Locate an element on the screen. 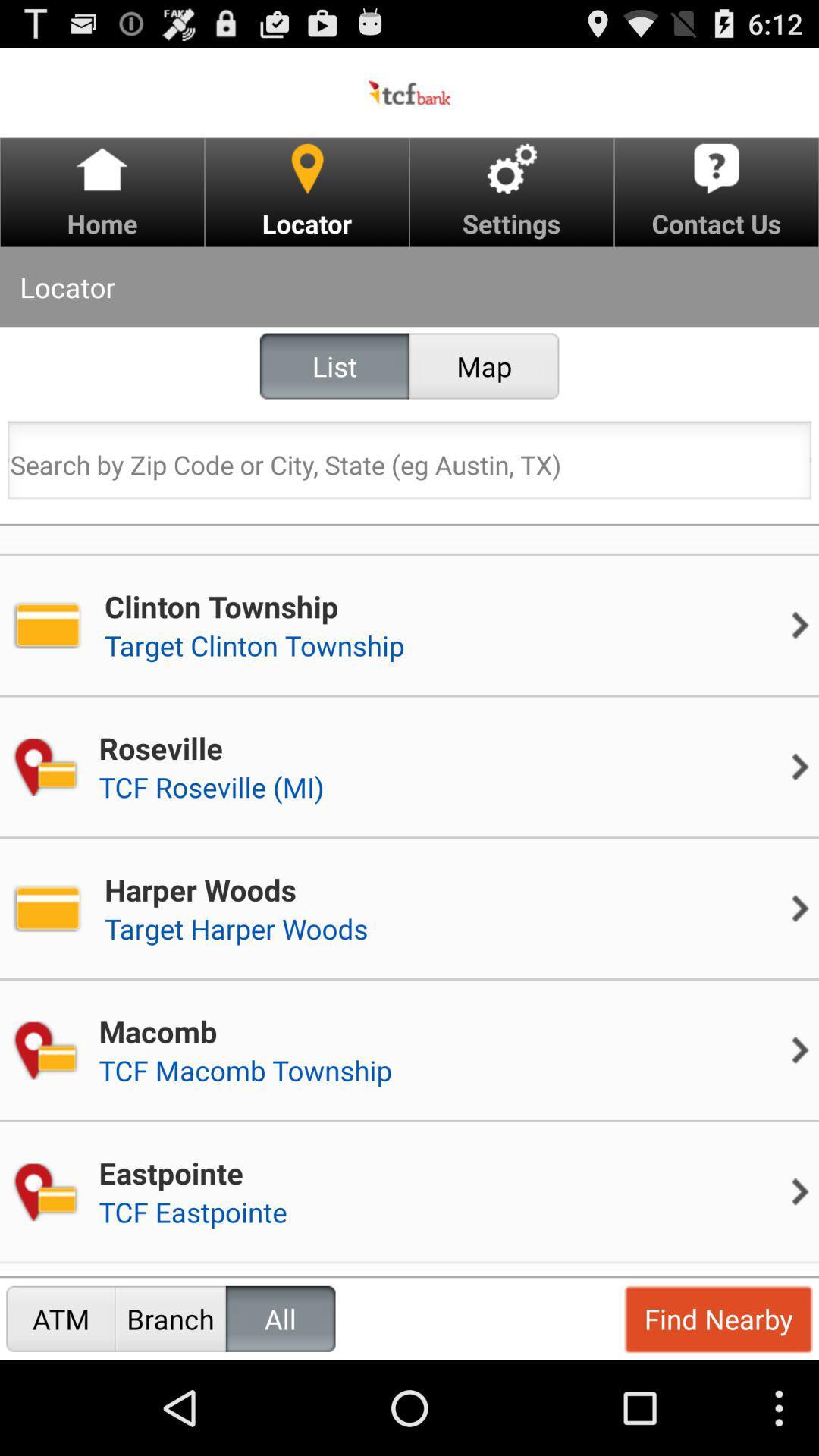  icon next to the find nearby button is located at coordinates (281, 1318).